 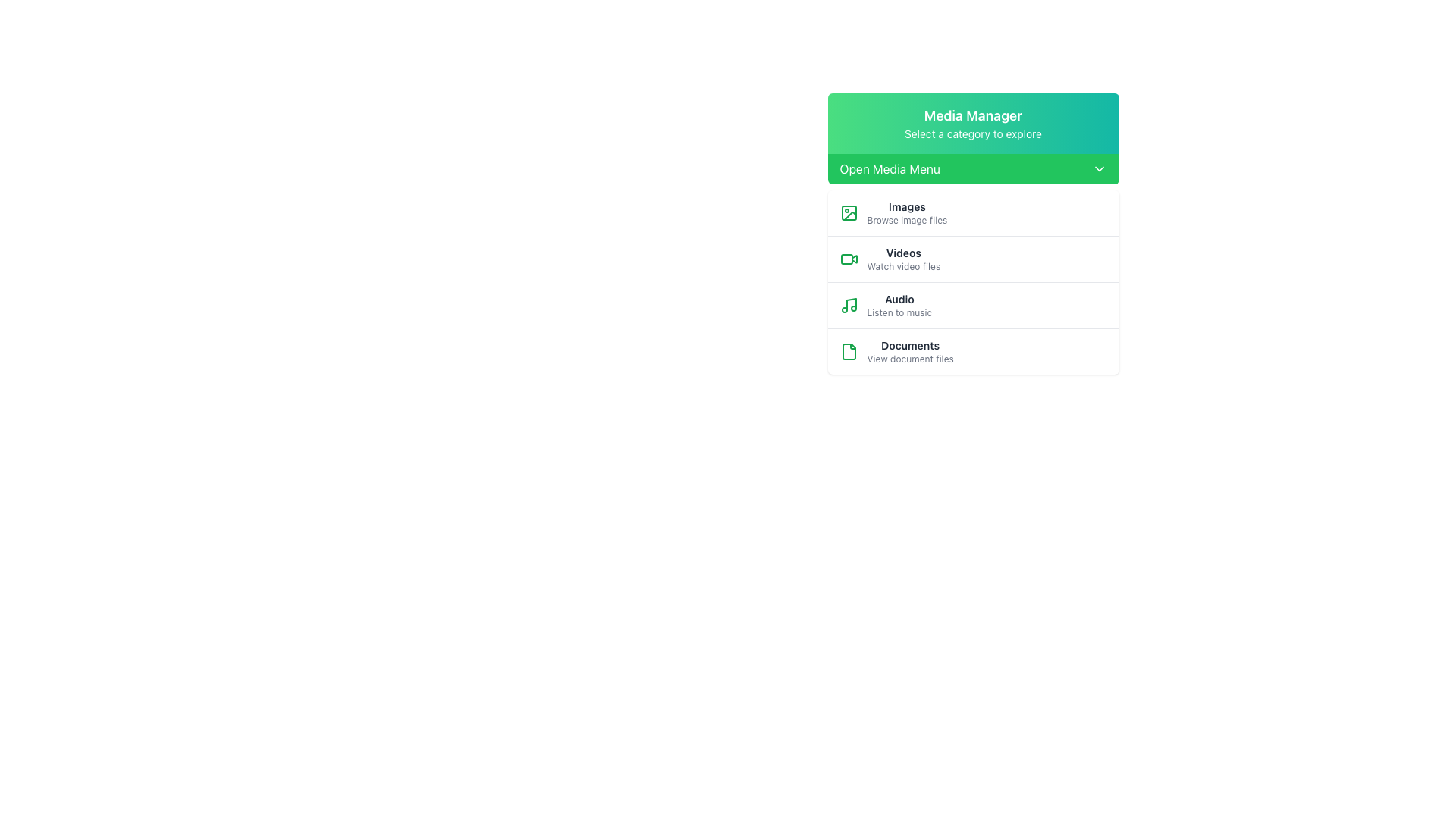 What do you see at coordinates (910, 351) in the screenshot?
I see `the informational display labeled 'Documents' which consists of a bold title and a subtitle, located as the fourth option in a vertical list within a card` at bounding box center [910, 351].